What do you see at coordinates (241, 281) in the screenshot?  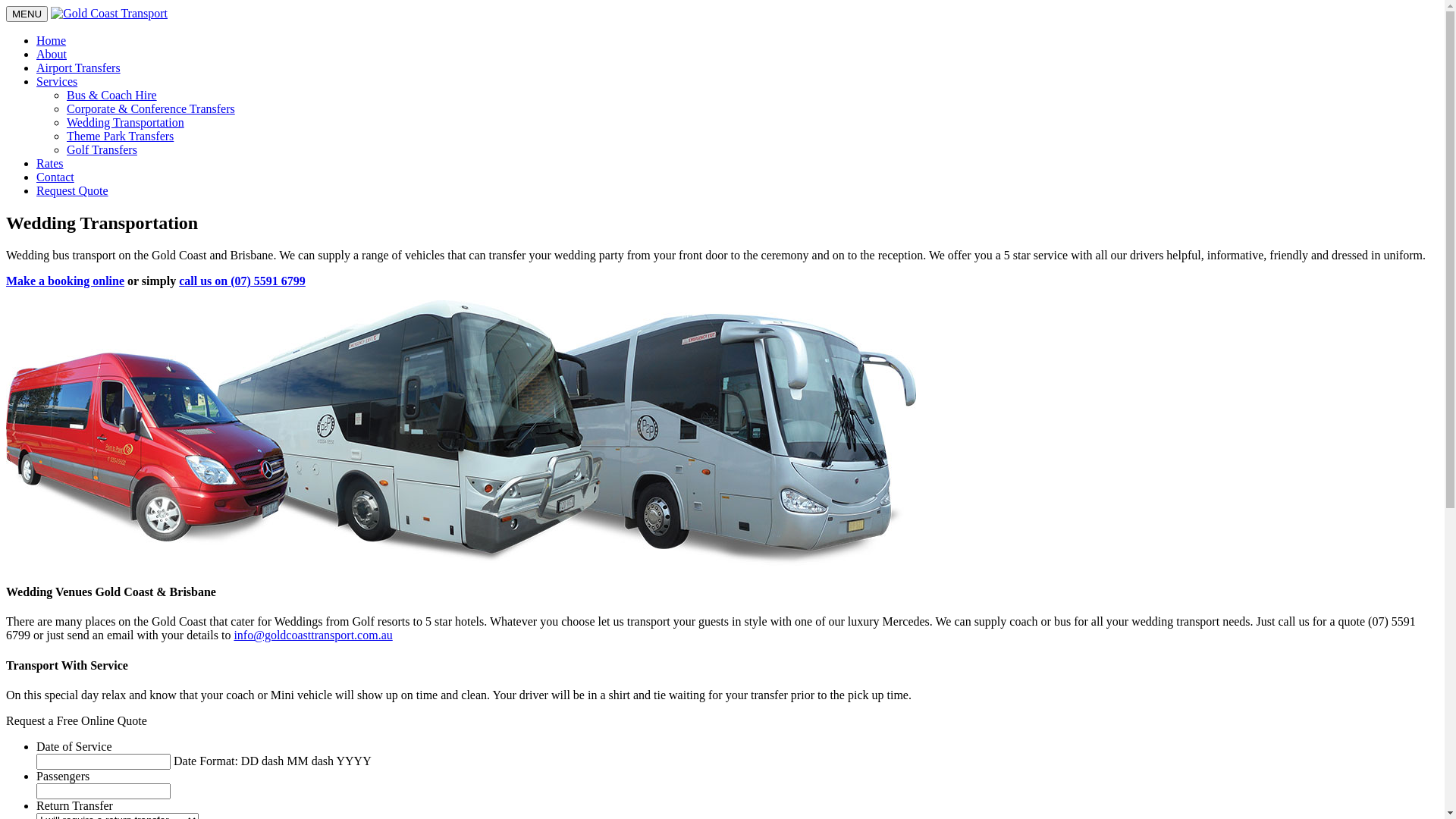 I see `'call us on (07) 5591 6799'` at bounding box center [241, 281].